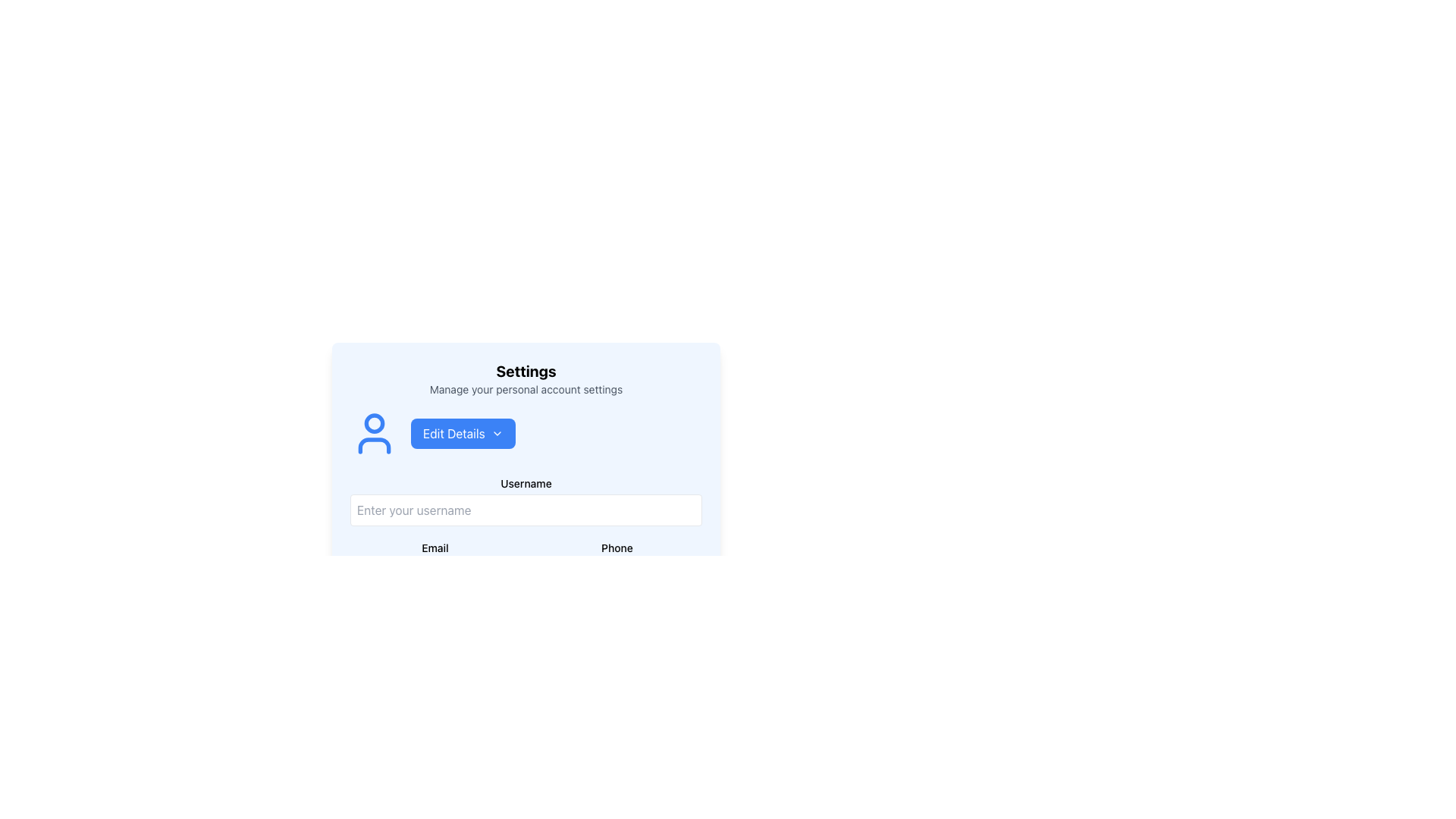 This screenshot has width=1456, height=819. I want to click on the 'Phone' text label which is styled with a small, medium-weight font and positioned above the input field for entering a phone number in the settings section, so click(617, 547).